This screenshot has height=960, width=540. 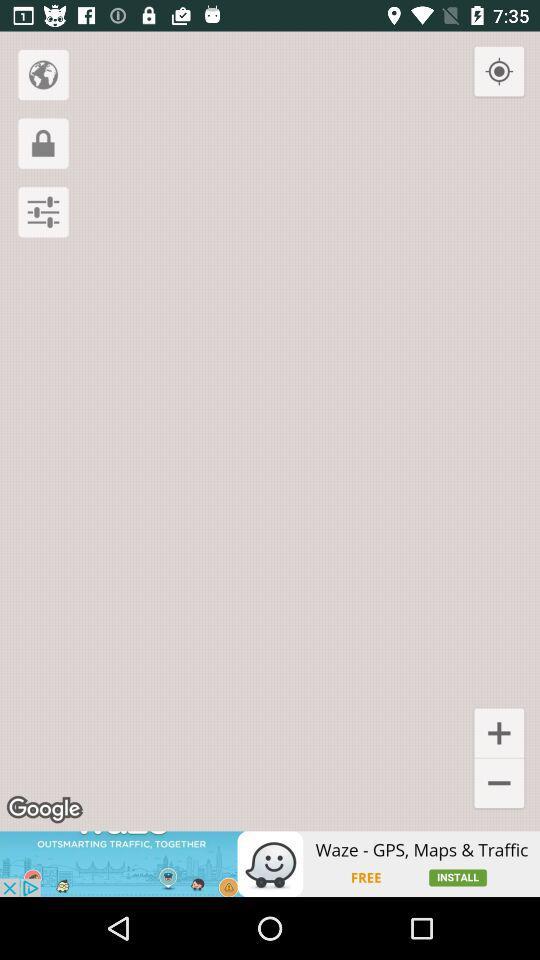 What do you see at coordinates (43, 74) in the screenshot?
I see `navigate the world` at bounding box center [43, 74].